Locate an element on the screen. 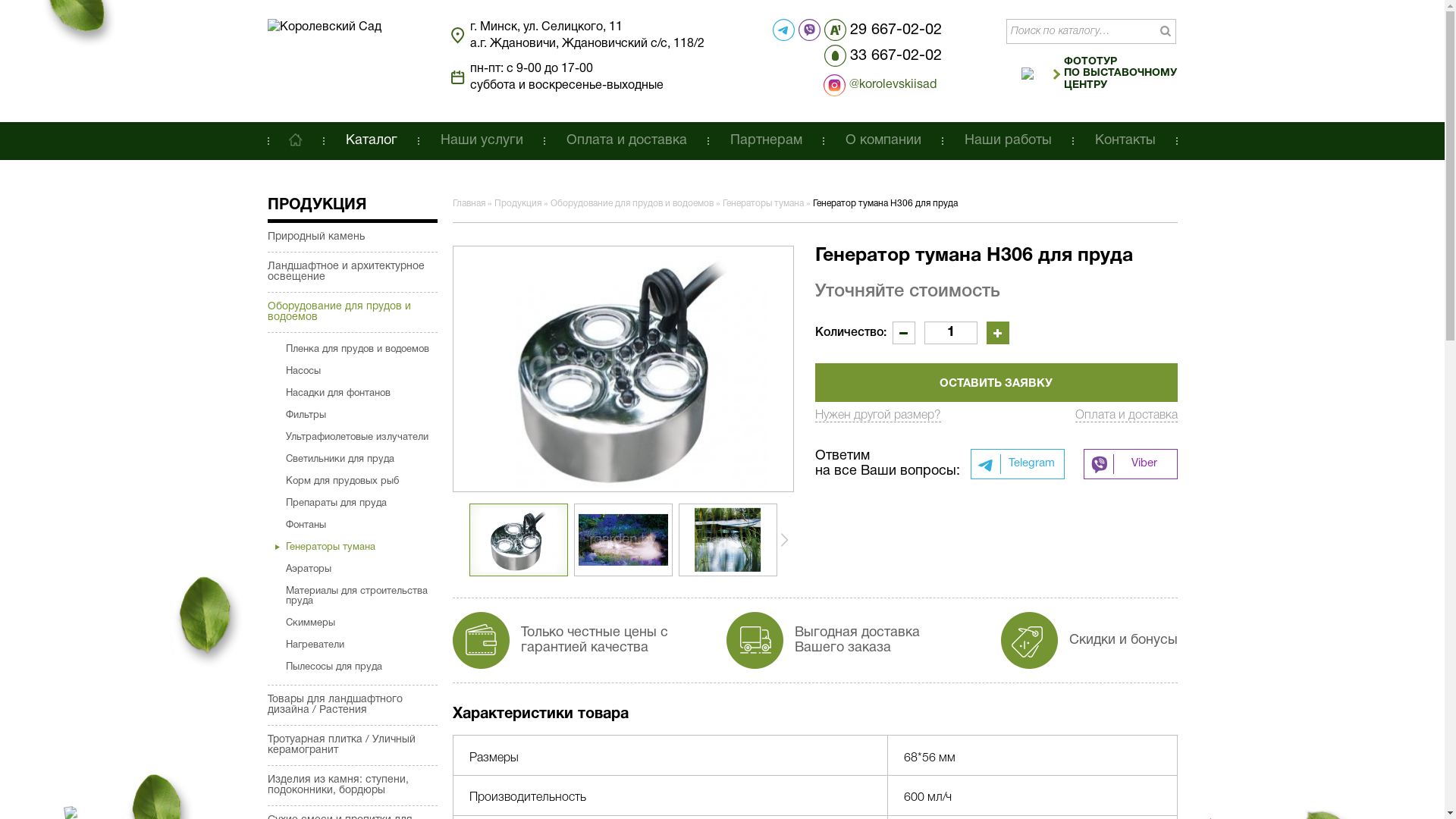  'generator-tumana-h306-dlya-pruda' is located at coordinates (622, 369).